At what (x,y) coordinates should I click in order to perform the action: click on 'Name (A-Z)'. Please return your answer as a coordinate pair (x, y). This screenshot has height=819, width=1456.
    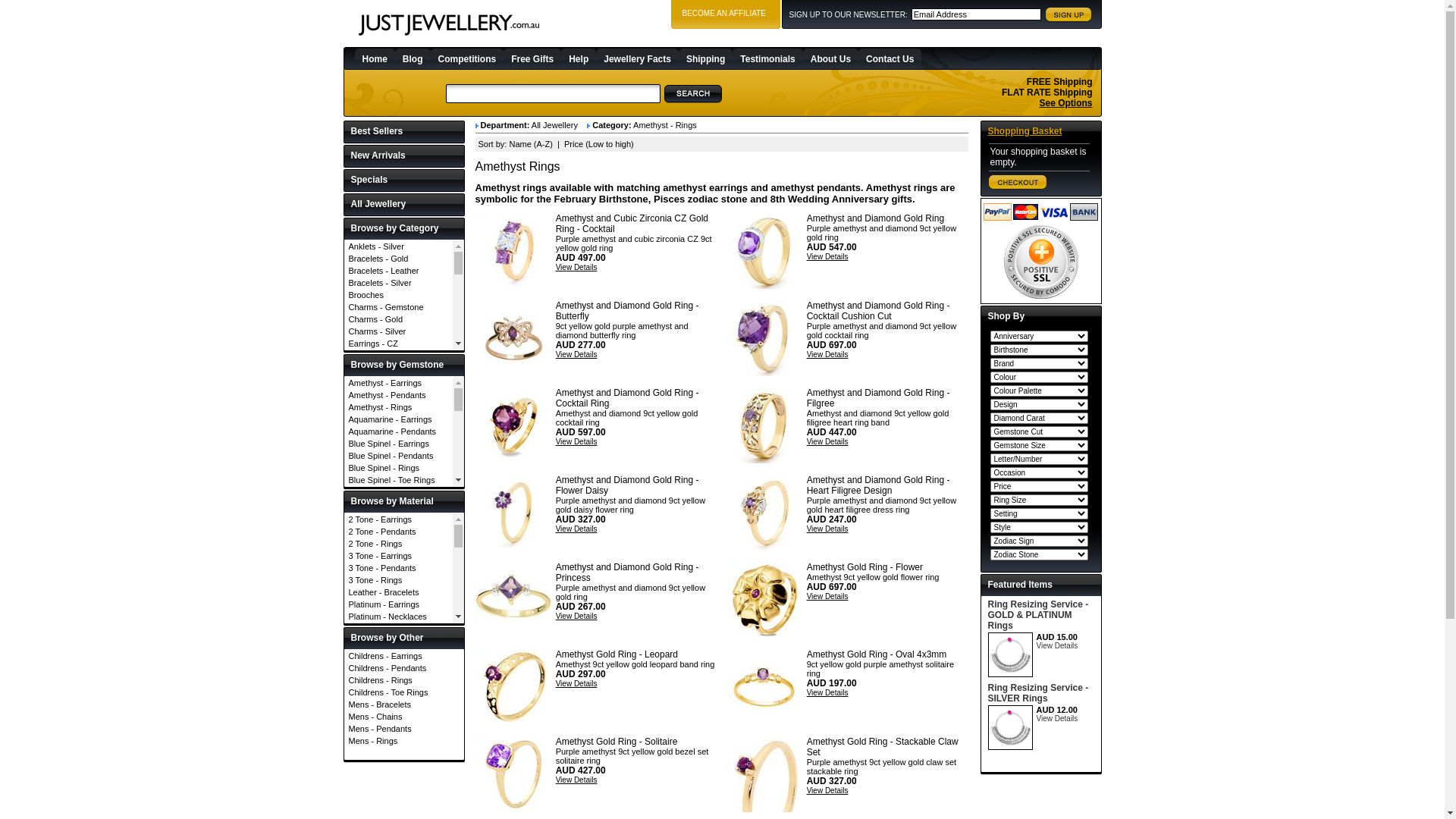
    Looking at the image, I should click on (509, 143).